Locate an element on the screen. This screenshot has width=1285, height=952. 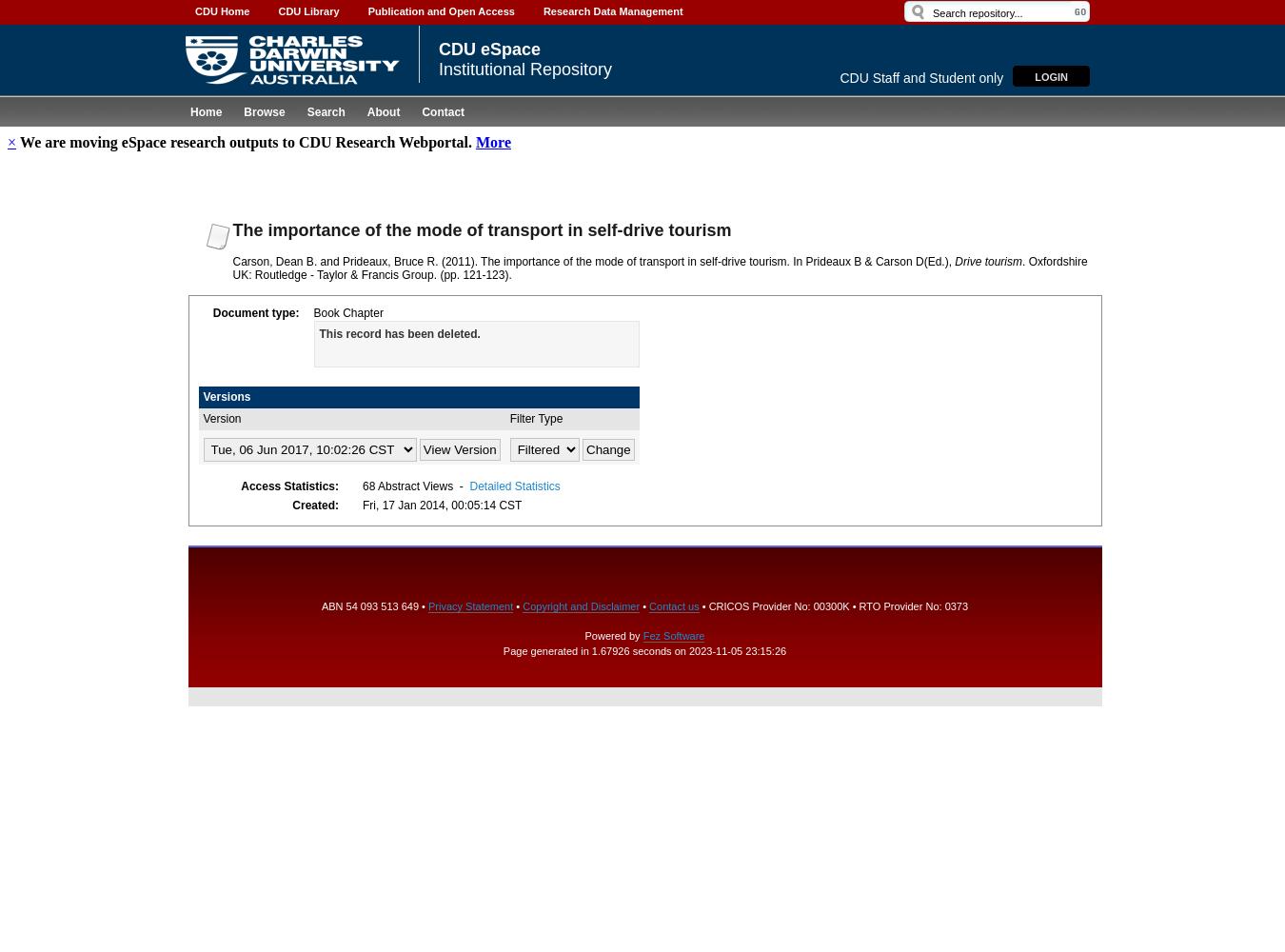
'(Ed.),' is located at coordinates (921, 261).